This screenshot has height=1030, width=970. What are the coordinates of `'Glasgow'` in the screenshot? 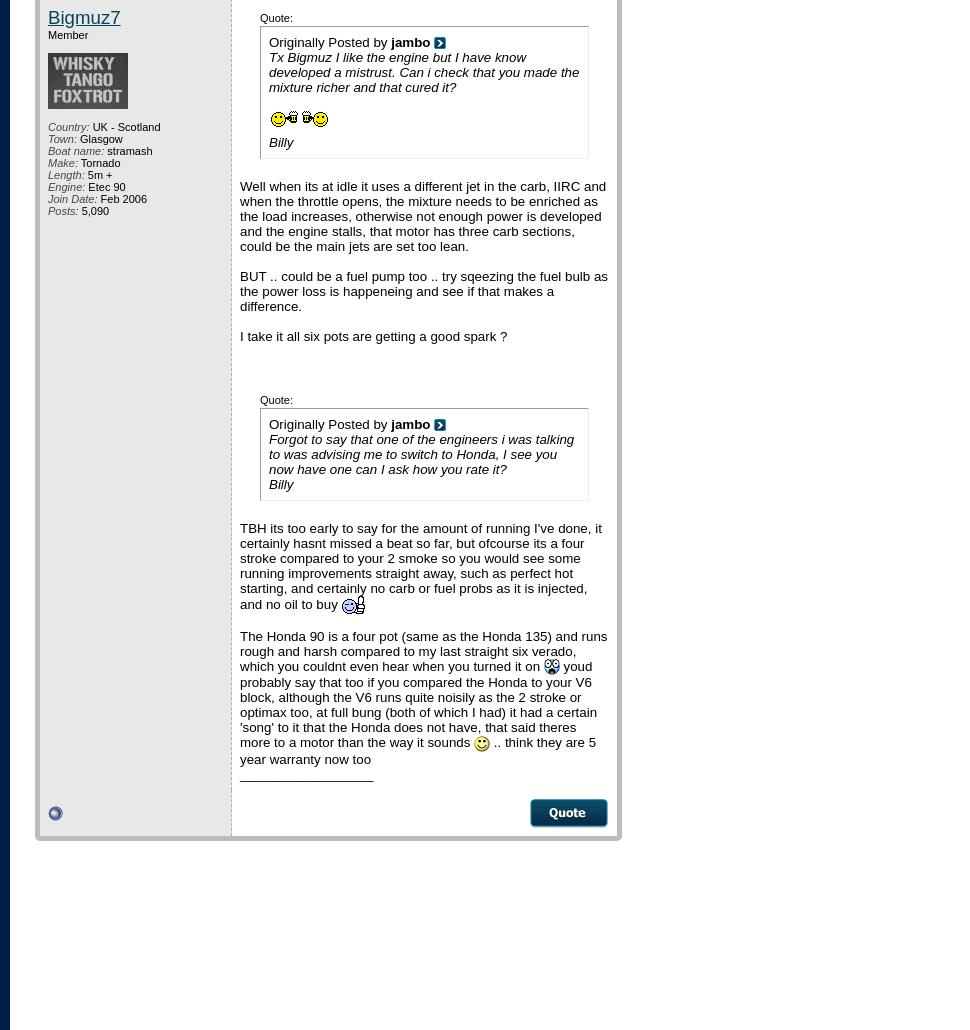 It's located at (99, 137).